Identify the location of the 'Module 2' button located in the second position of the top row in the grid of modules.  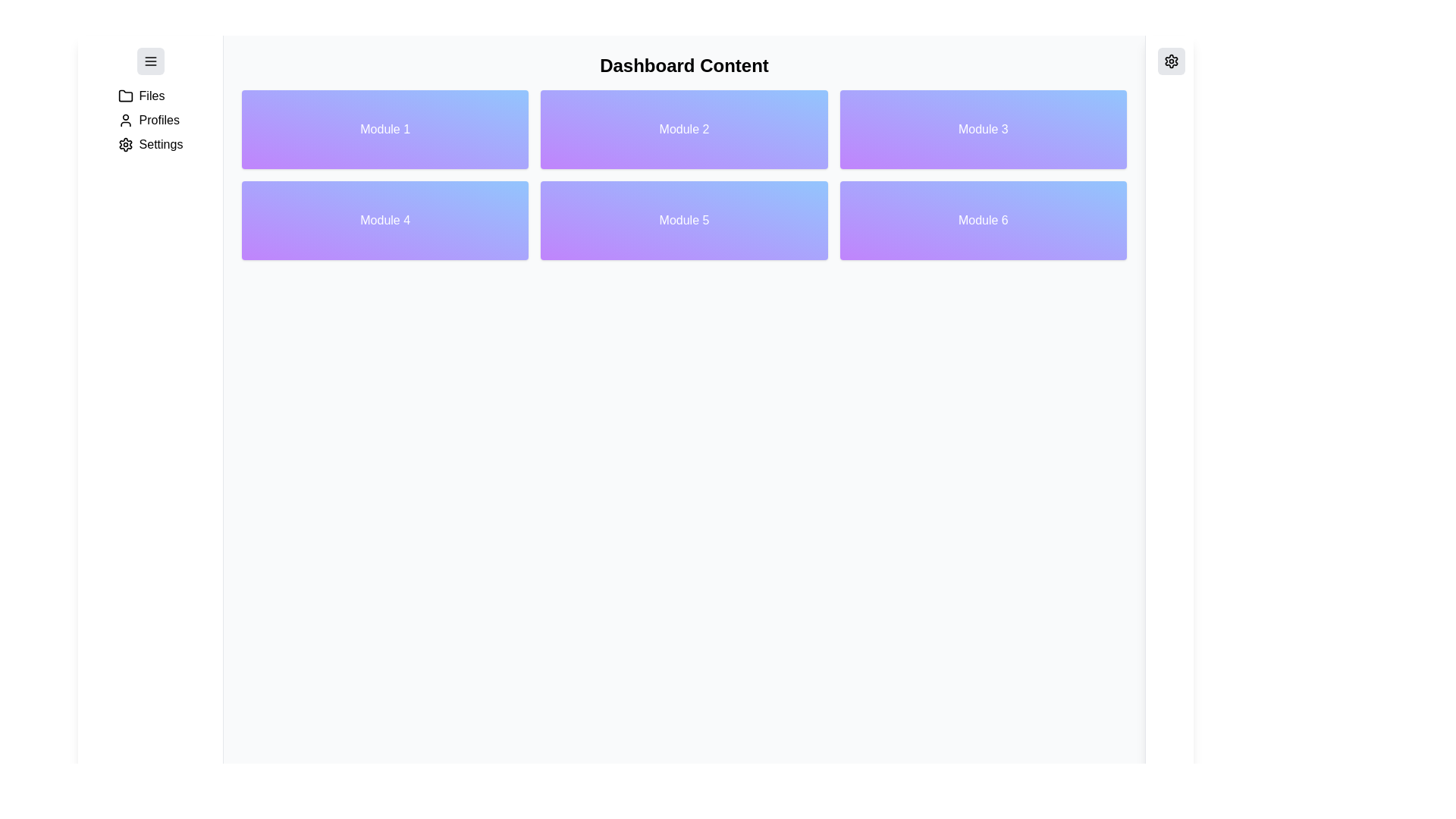
(683, 128).